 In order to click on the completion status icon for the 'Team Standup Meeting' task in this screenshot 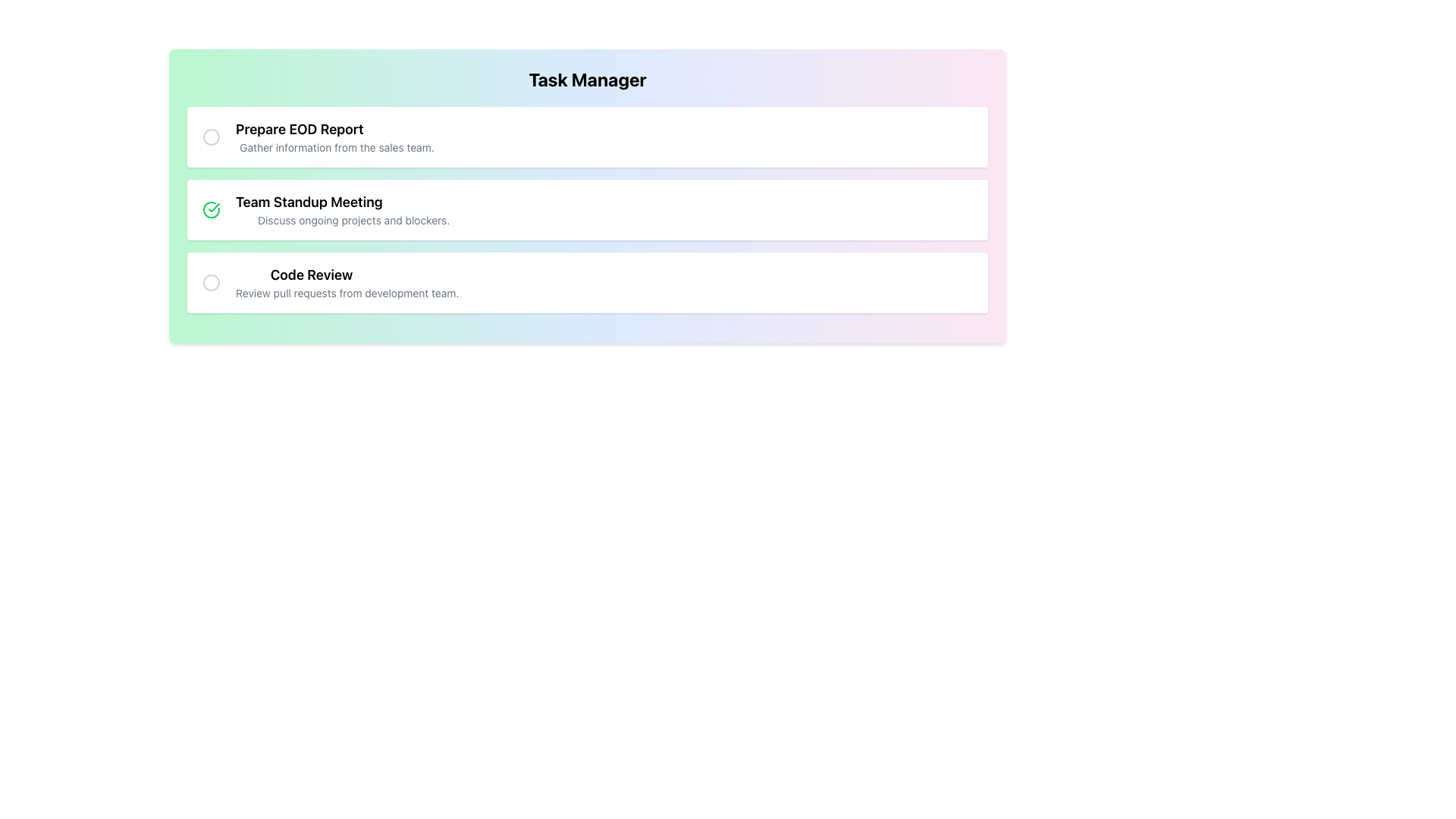, I will do `click(210, 210)`.